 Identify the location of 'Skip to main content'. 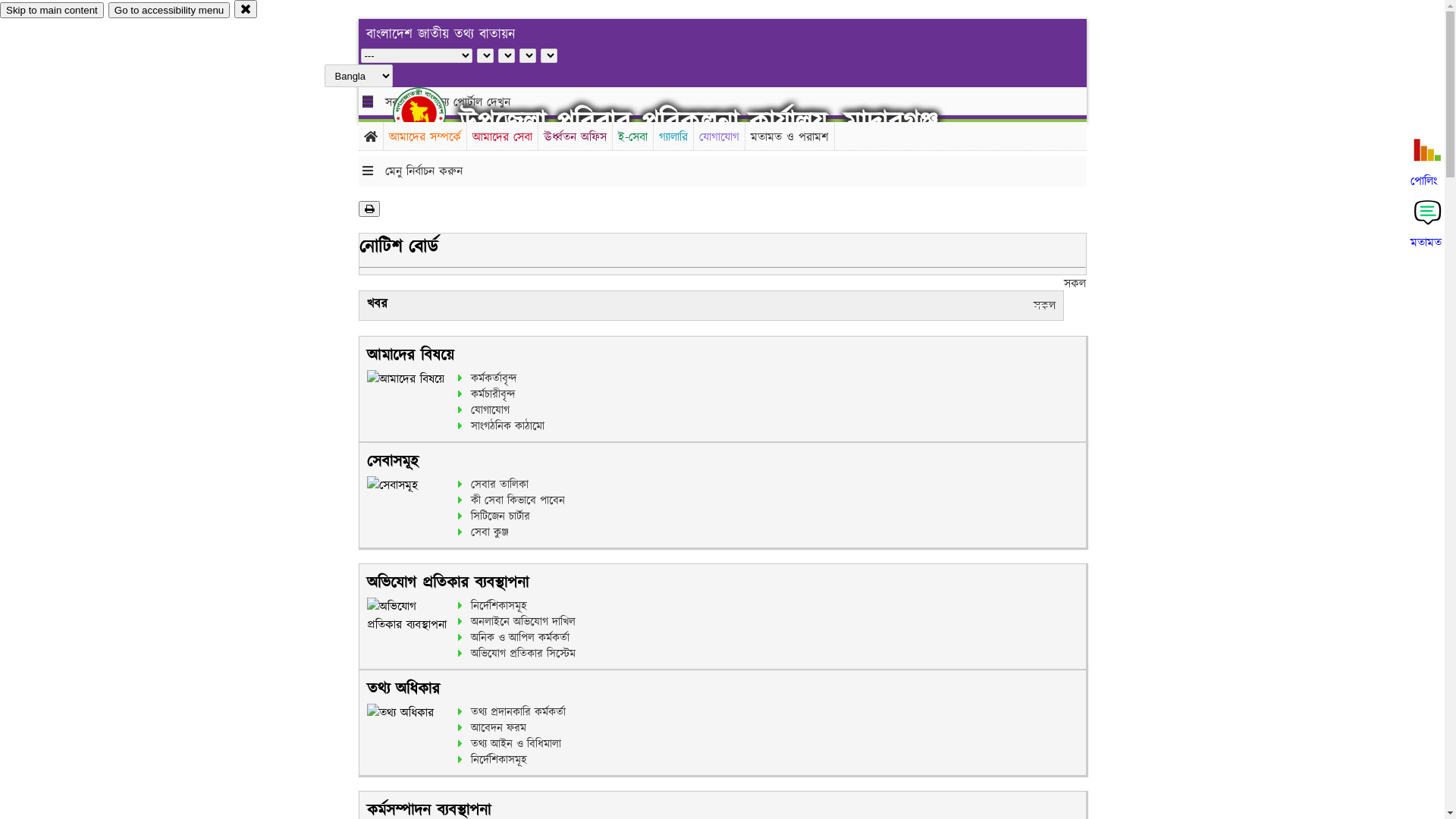
(52, 10).